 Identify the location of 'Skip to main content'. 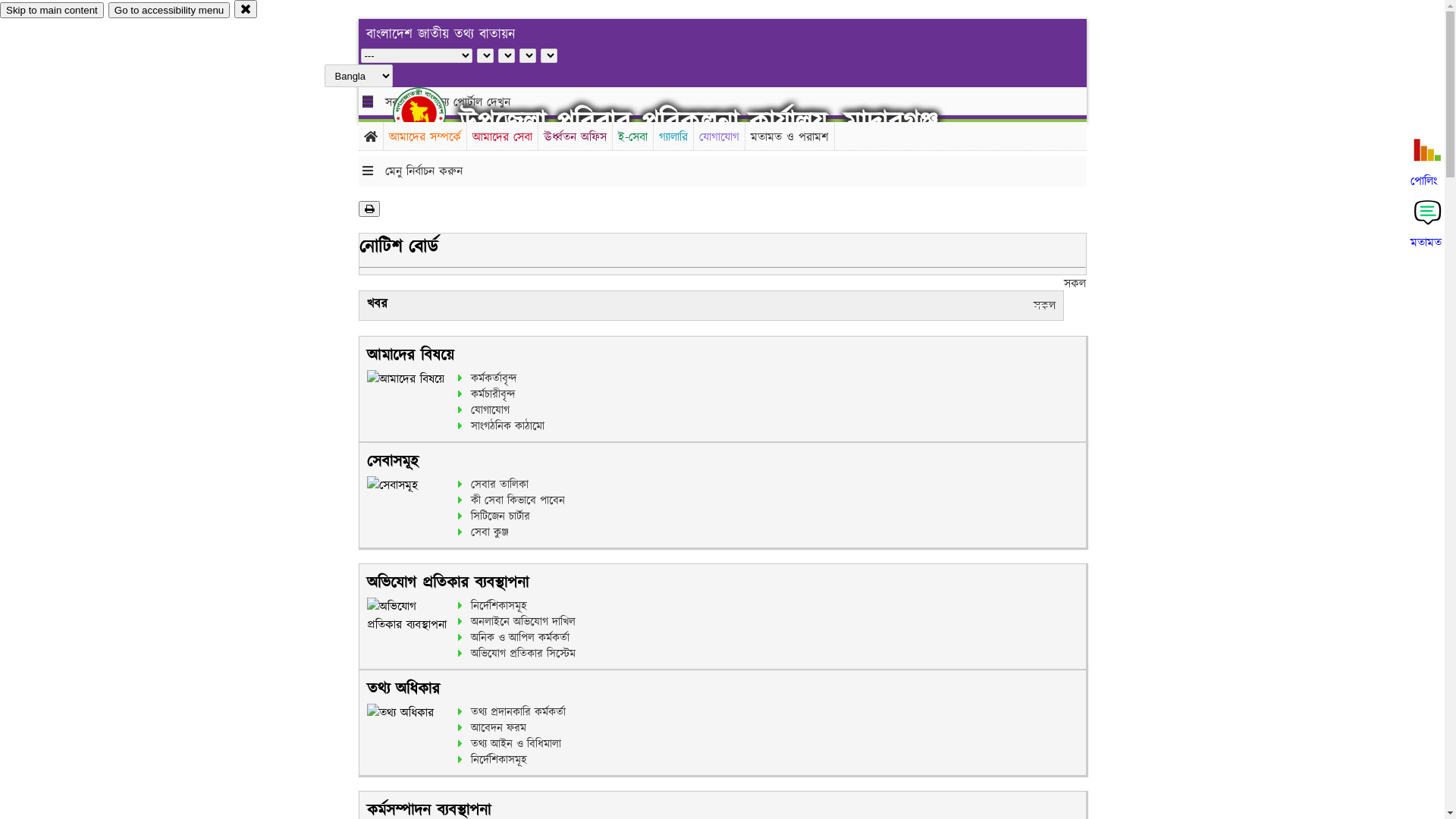
(52, 10).